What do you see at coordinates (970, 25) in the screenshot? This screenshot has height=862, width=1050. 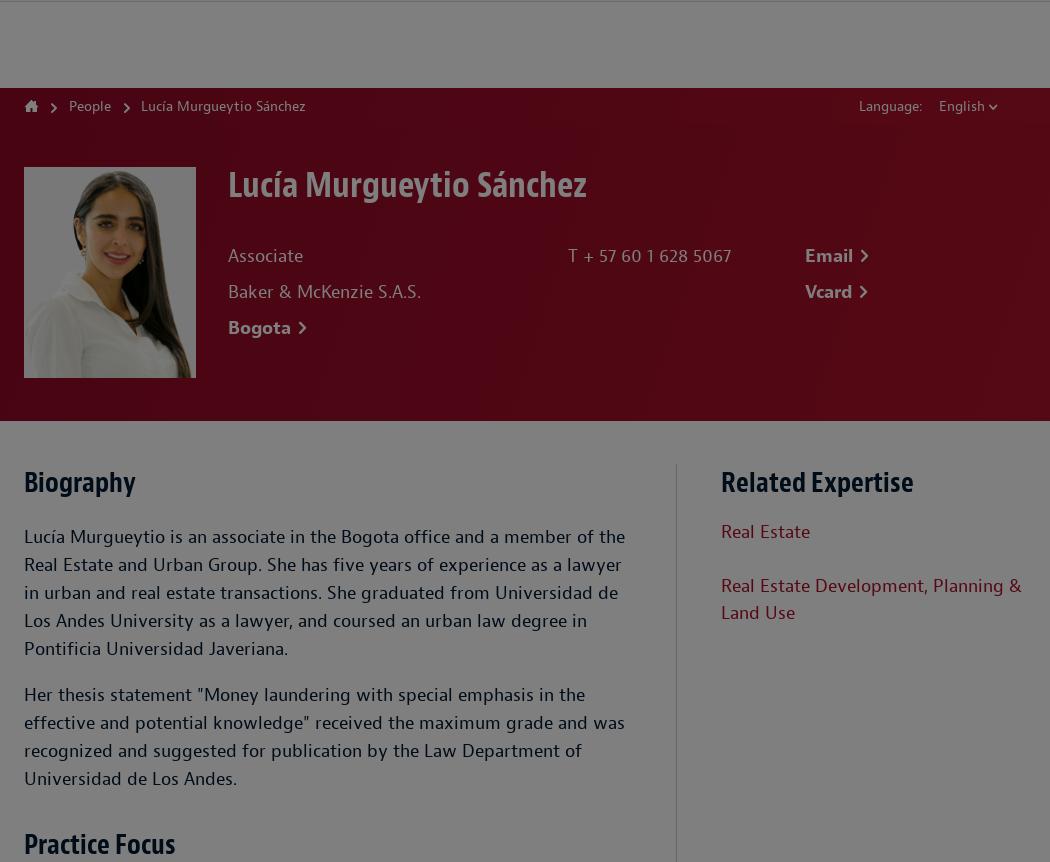 I see `'Locations'` at bounding box center [970, 25].